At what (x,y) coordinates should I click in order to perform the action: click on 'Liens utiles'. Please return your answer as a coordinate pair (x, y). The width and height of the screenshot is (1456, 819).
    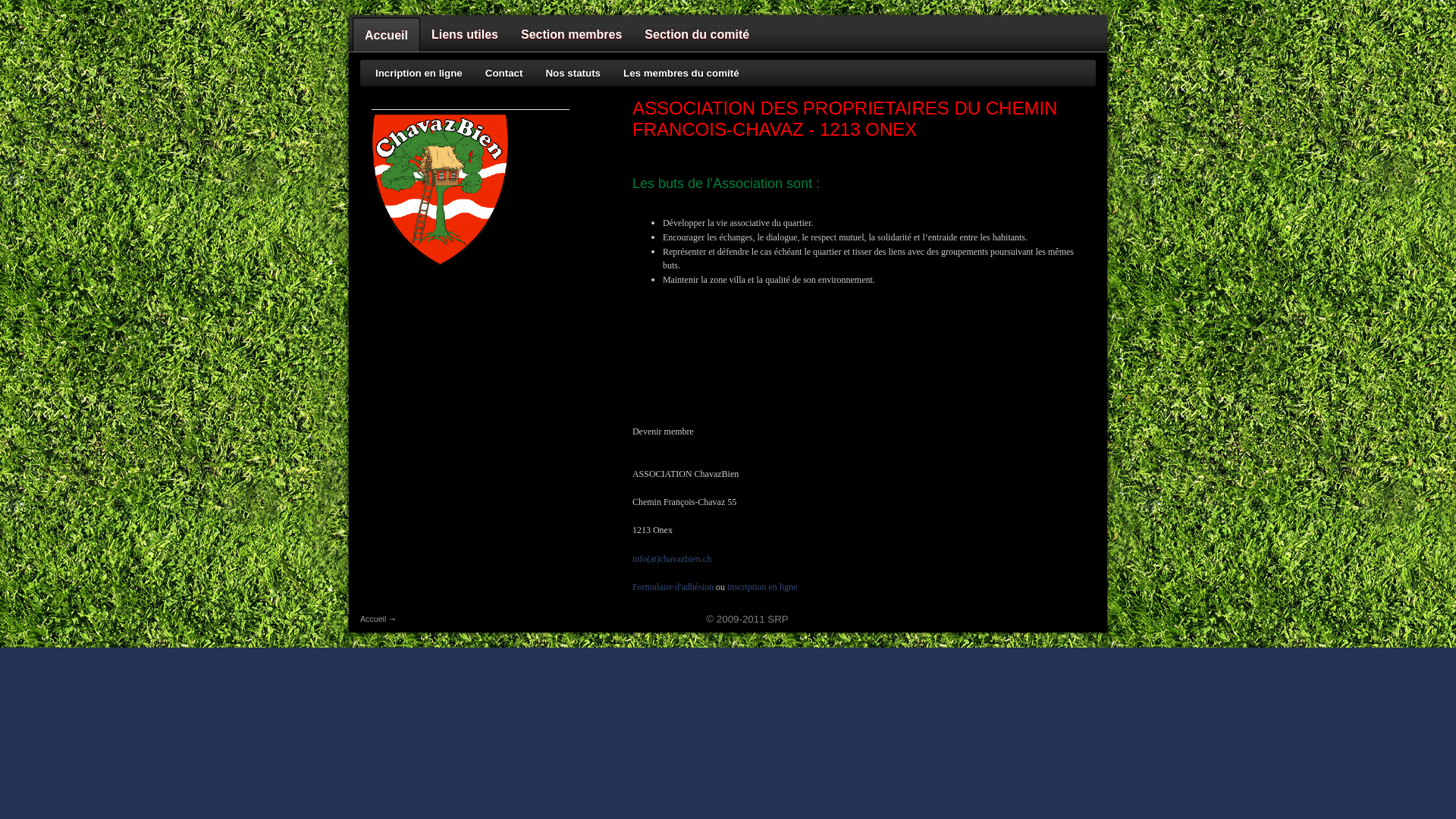
    Looking at the image, I should click on (464, 34).